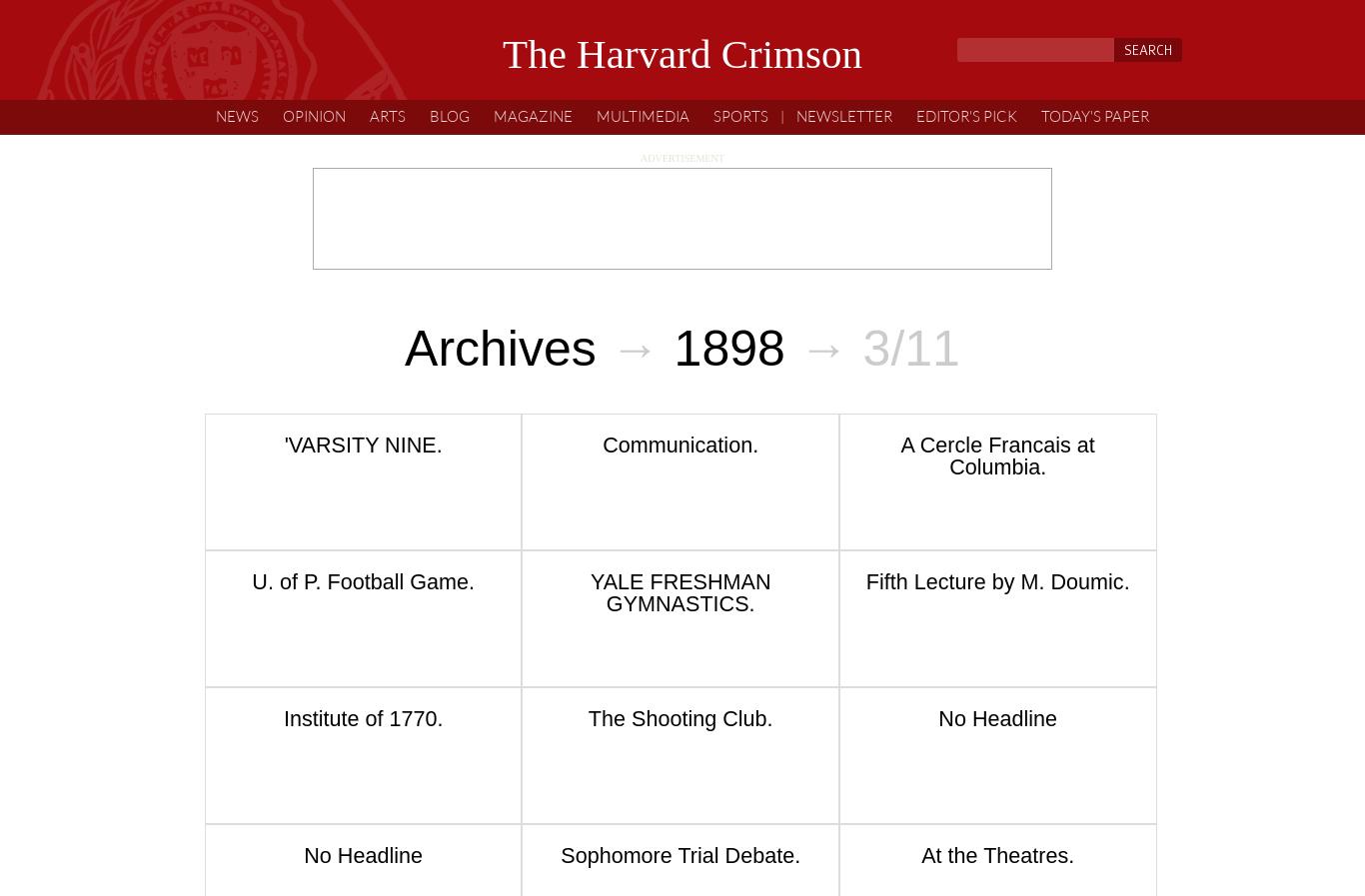  I want to click on ''VARSITY NINE.', so click(361, 444).